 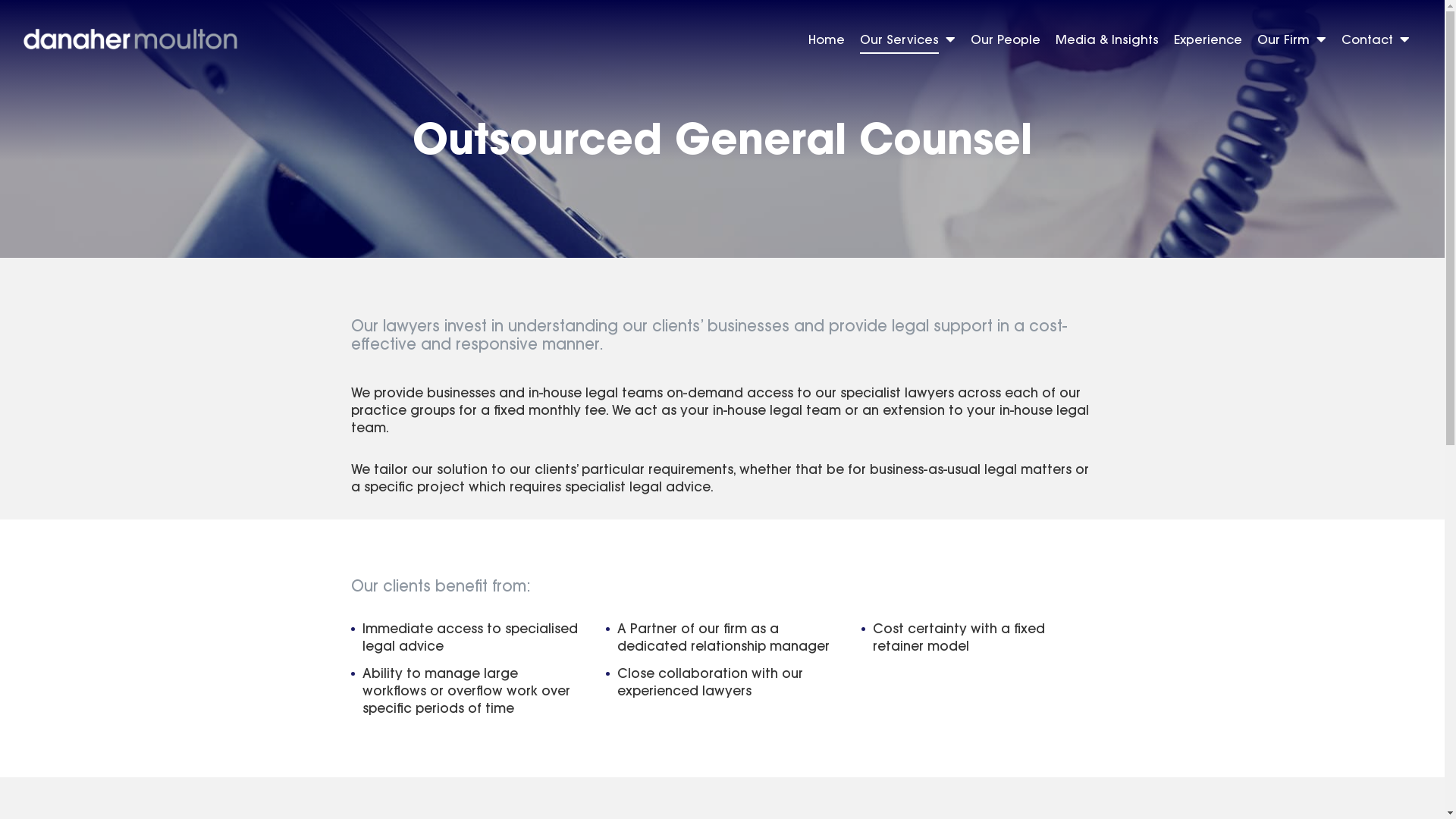 I want to click on 'Our People', so click(x=1005, y=41).